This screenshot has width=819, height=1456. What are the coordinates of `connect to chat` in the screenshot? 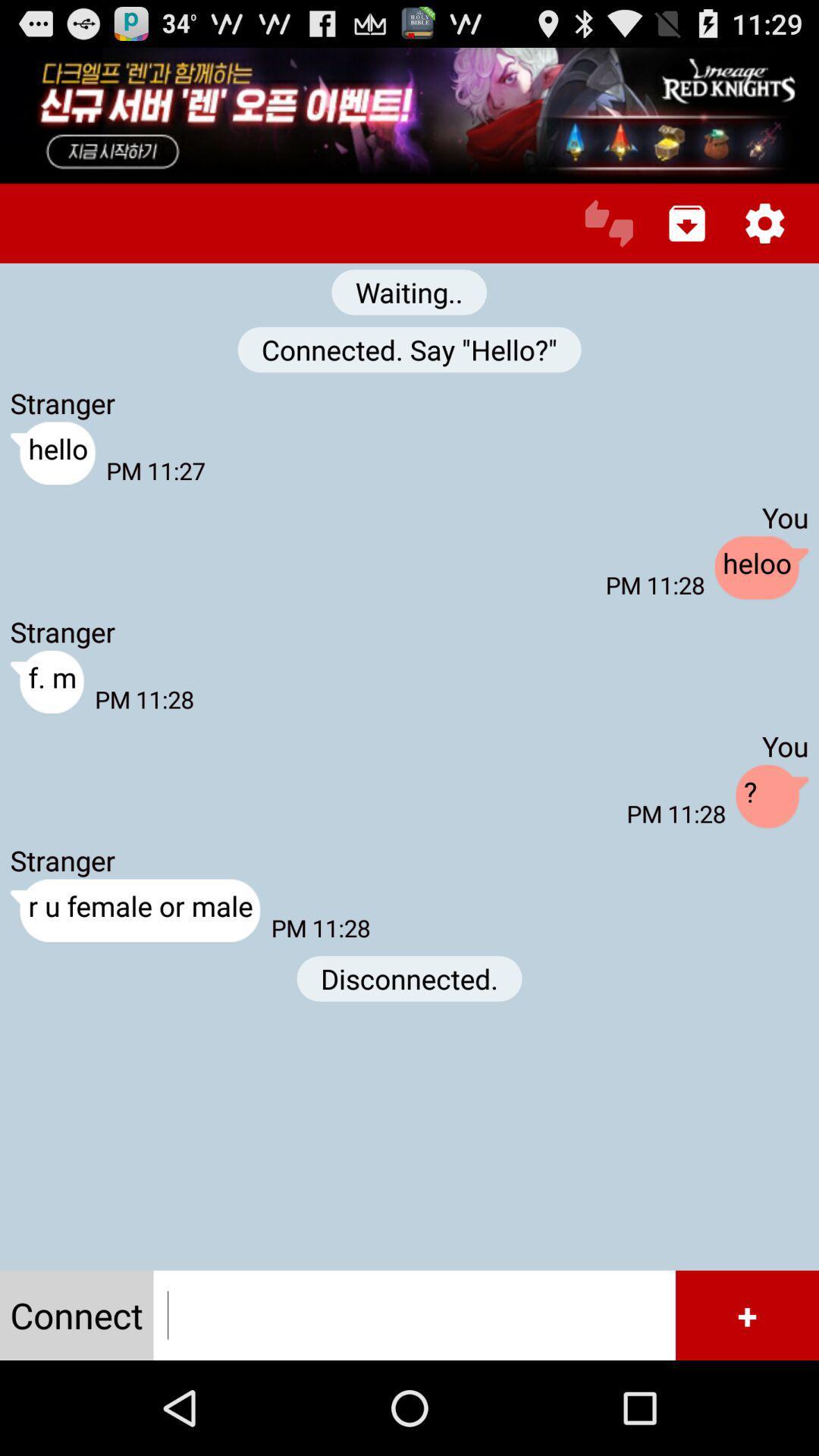 It's located at (608, 222).